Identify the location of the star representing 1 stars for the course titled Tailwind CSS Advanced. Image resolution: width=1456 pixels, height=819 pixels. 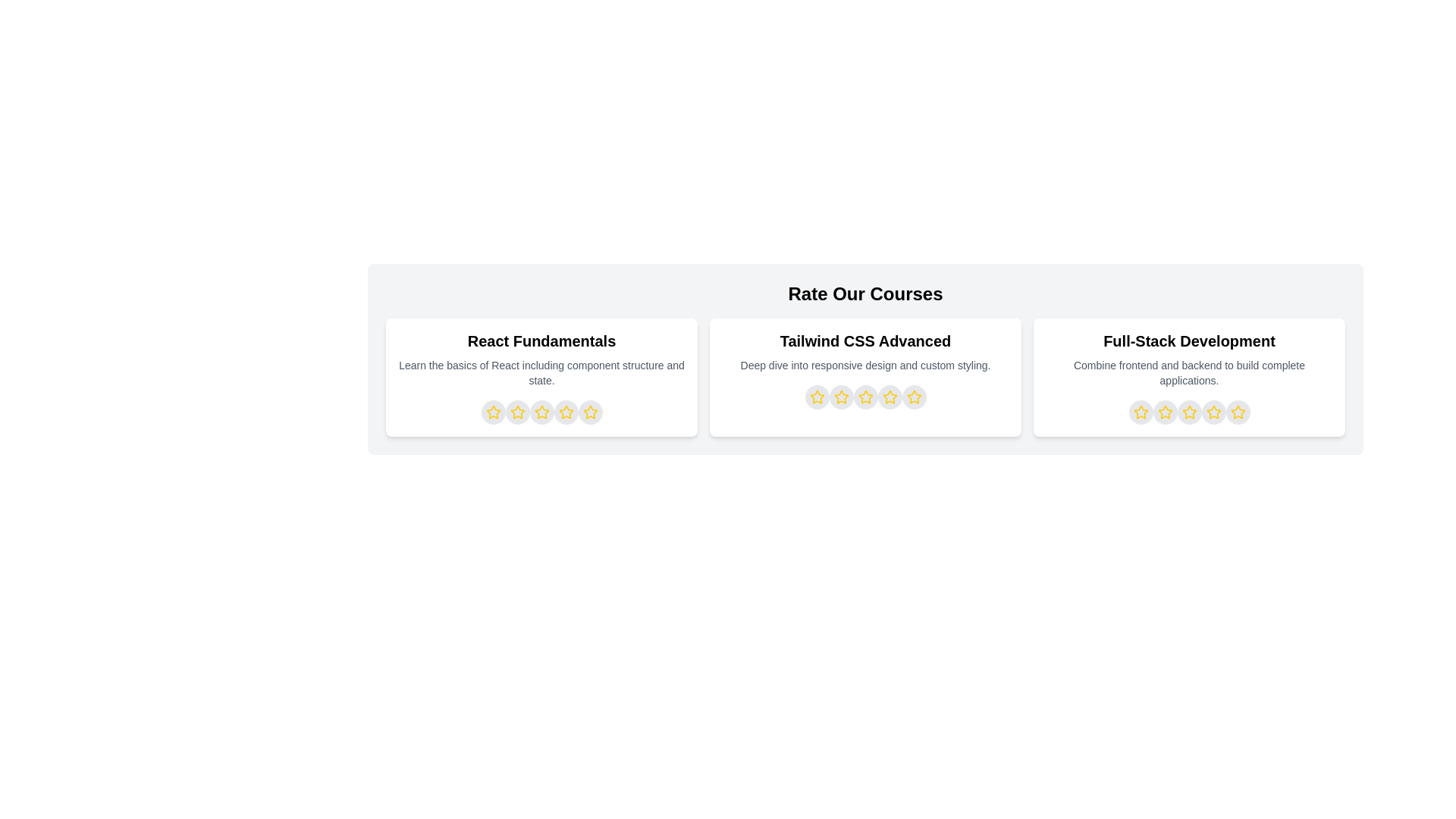
(816, 397).